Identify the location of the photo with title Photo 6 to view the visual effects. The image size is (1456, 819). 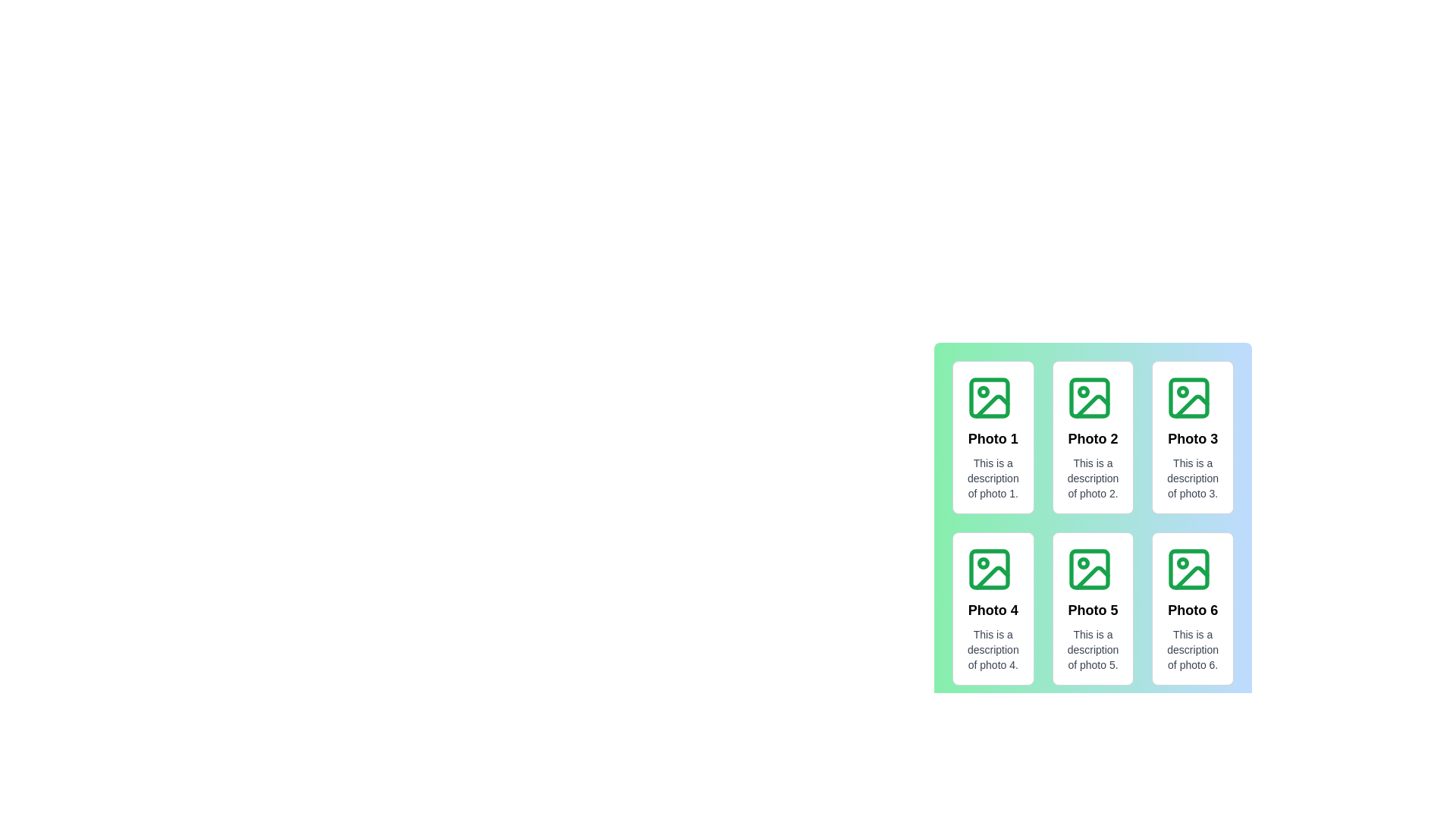
(1192, 607).